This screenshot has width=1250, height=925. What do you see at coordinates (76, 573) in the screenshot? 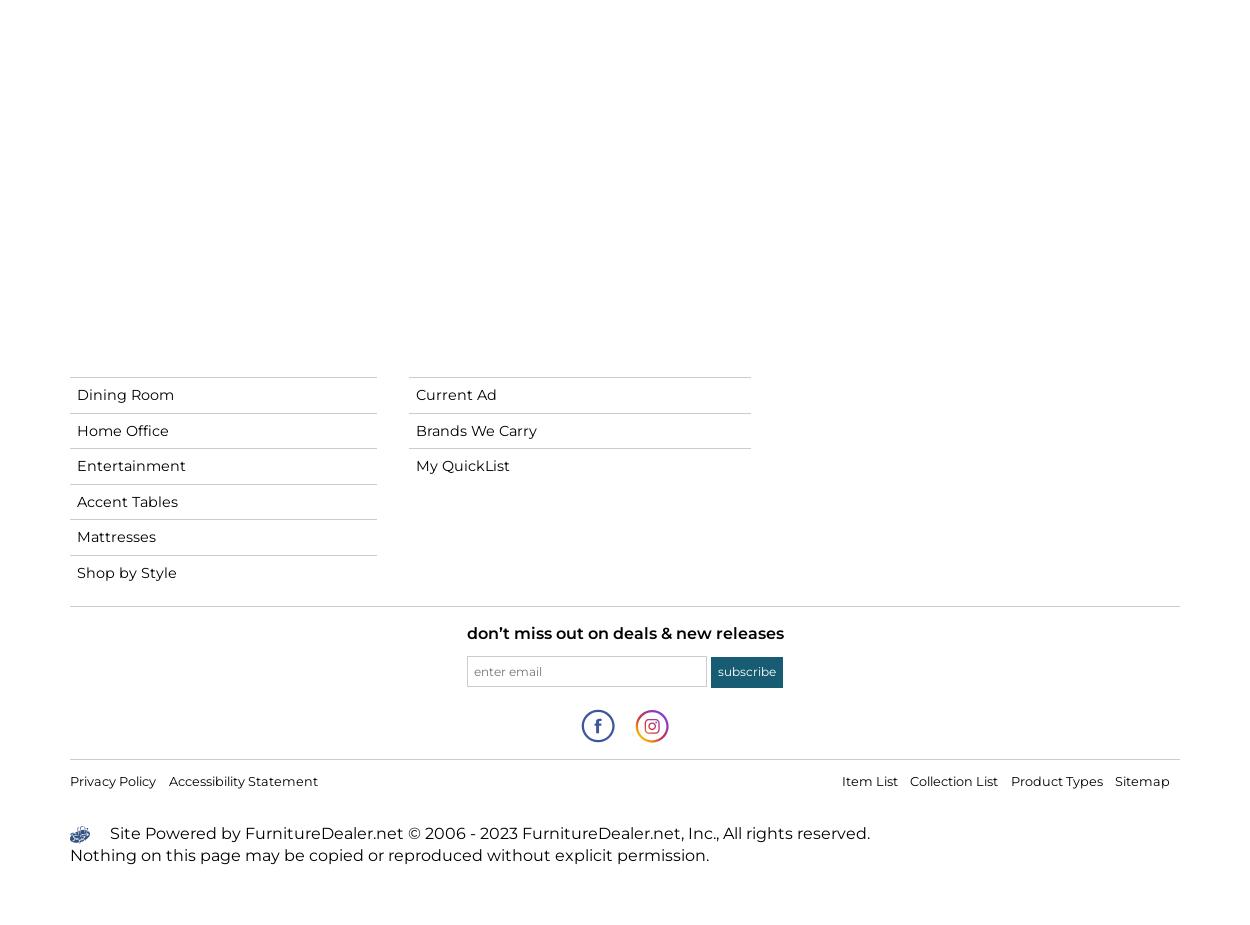
I see `'Shop by Style'` at bounding box center [76, 573].